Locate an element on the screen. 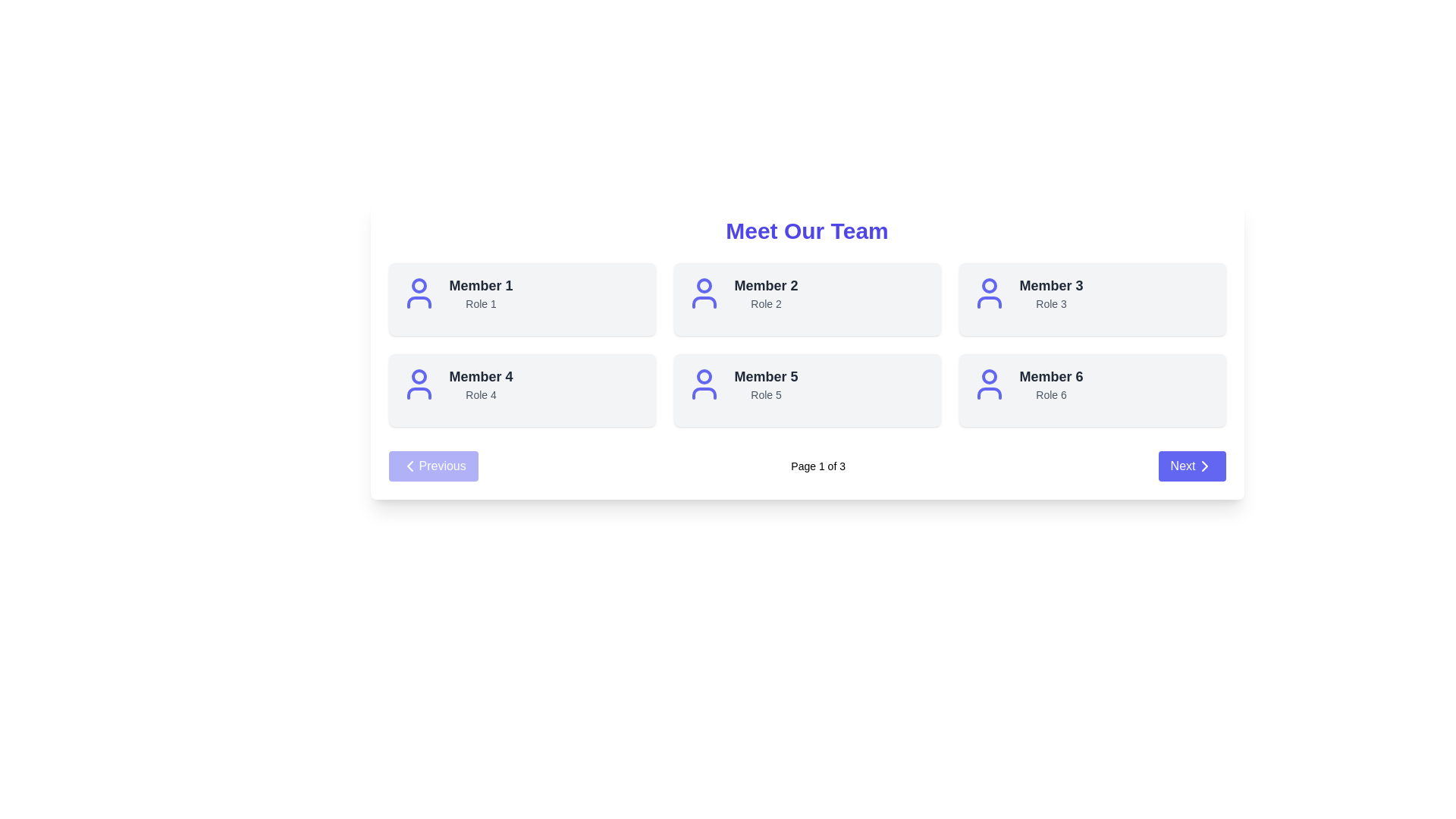  the circular graphical shape representing part of the user avatar icon for 'Member 3' in the team listing section is located at coordinates (989, 286).